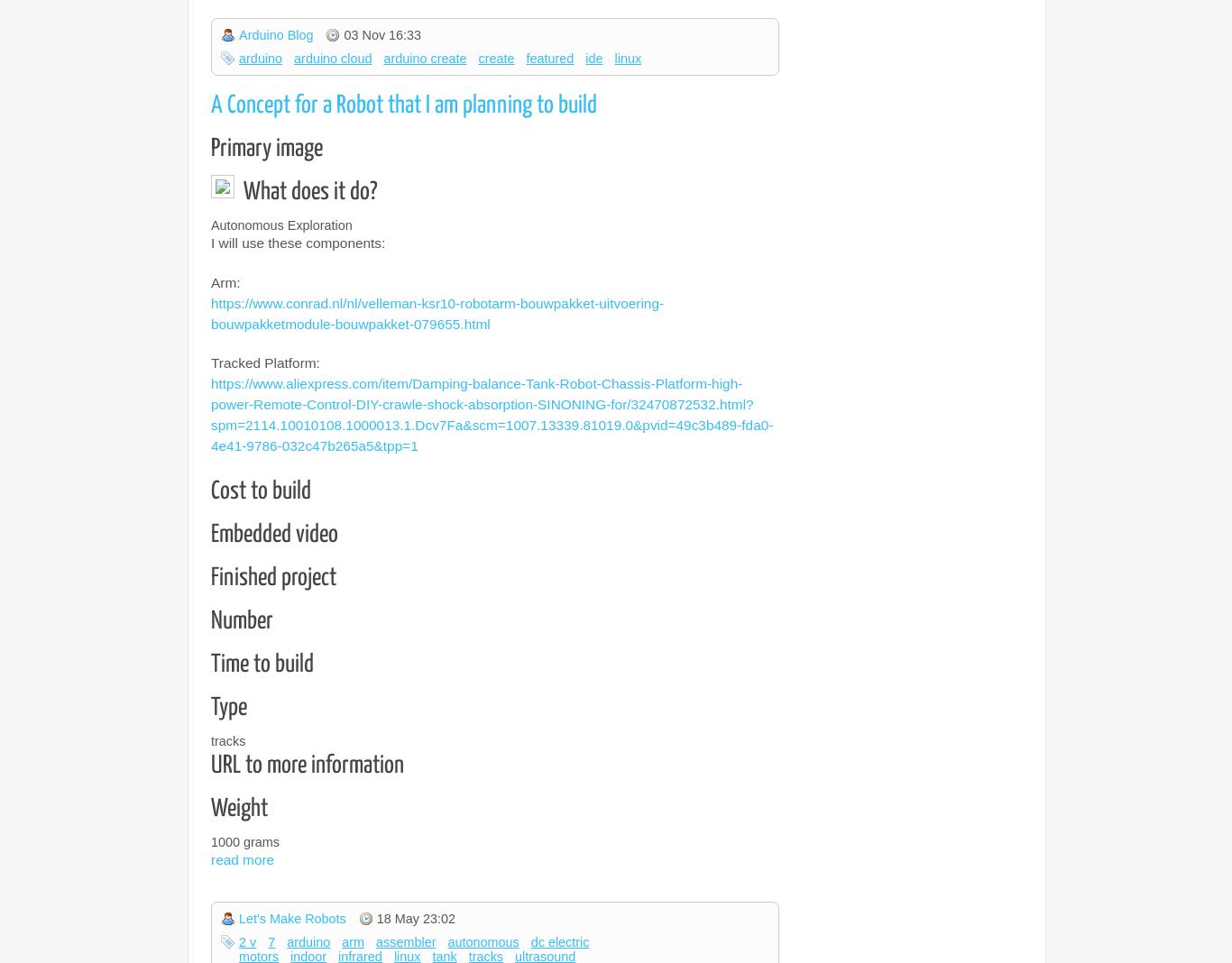 The image size is (1232, 963). What do you see at coordinates (403, 105) in the screenshot?
I see `'A Concept for a Robot that I am planning to build'` at bounding box center [403, 105].